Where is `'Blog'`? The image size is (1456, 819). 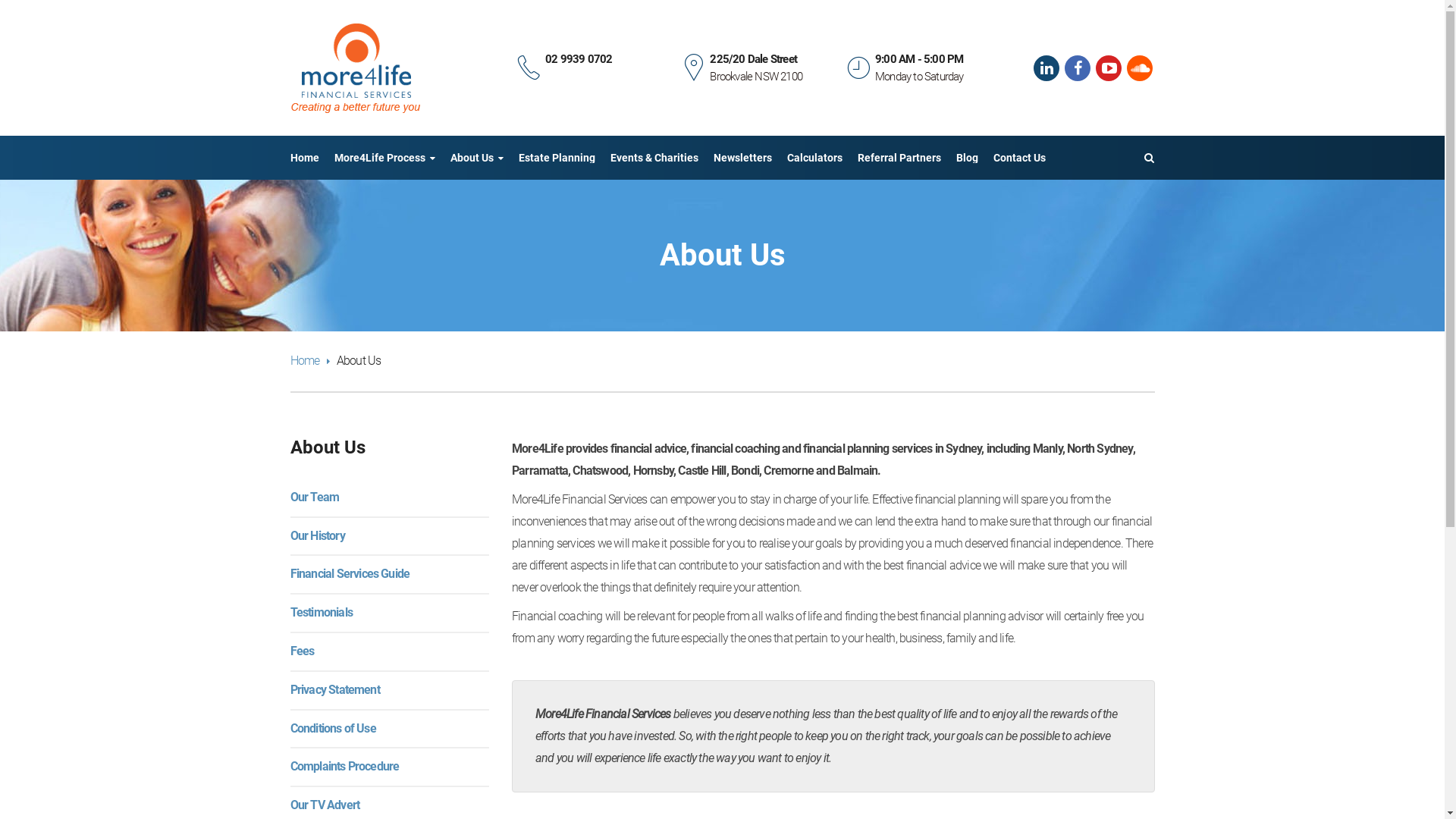 'Blog' is located at coordinates (965, 158).